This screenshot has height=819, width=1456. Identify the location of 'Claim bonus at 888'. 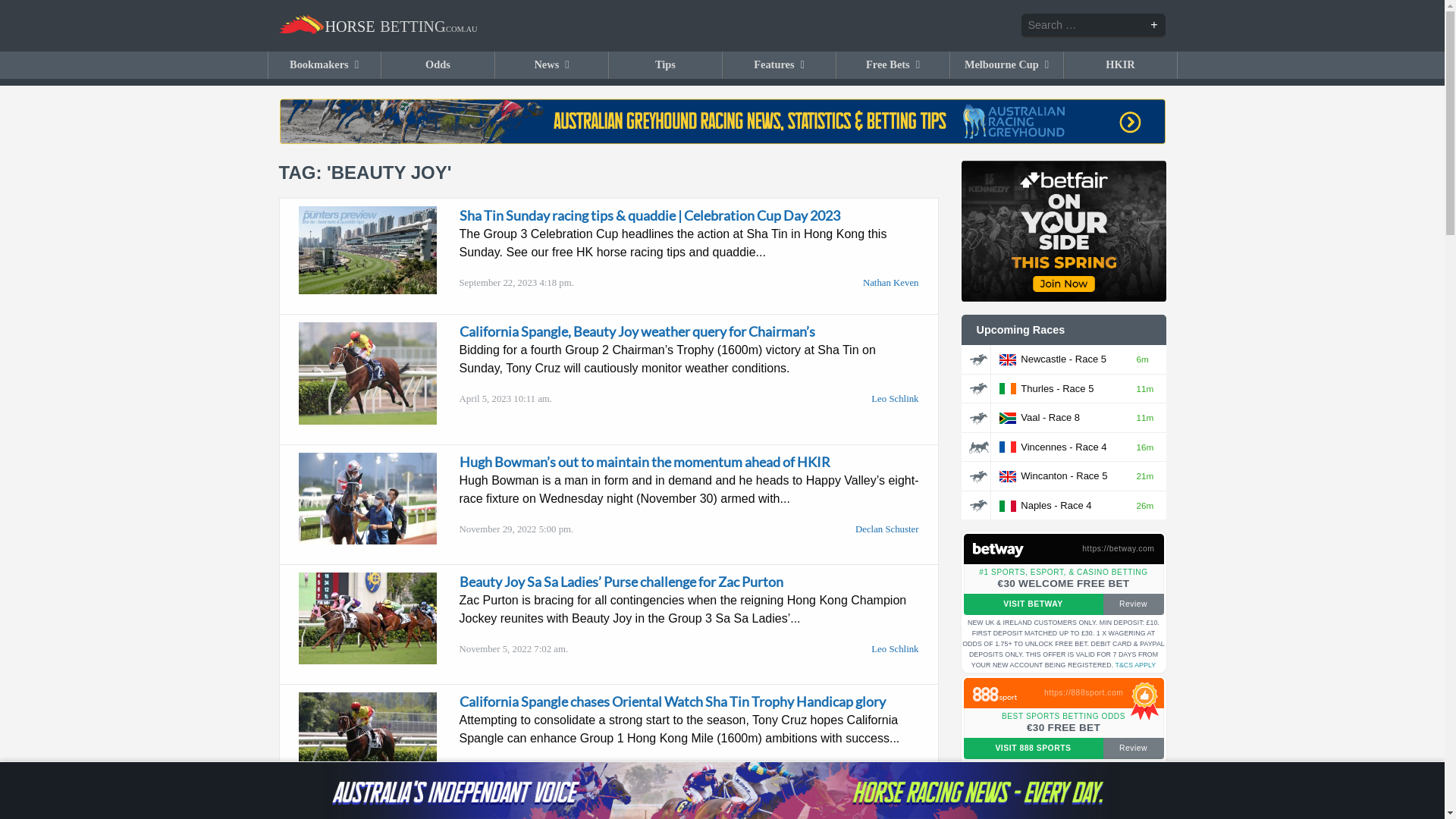
(1002, 693).